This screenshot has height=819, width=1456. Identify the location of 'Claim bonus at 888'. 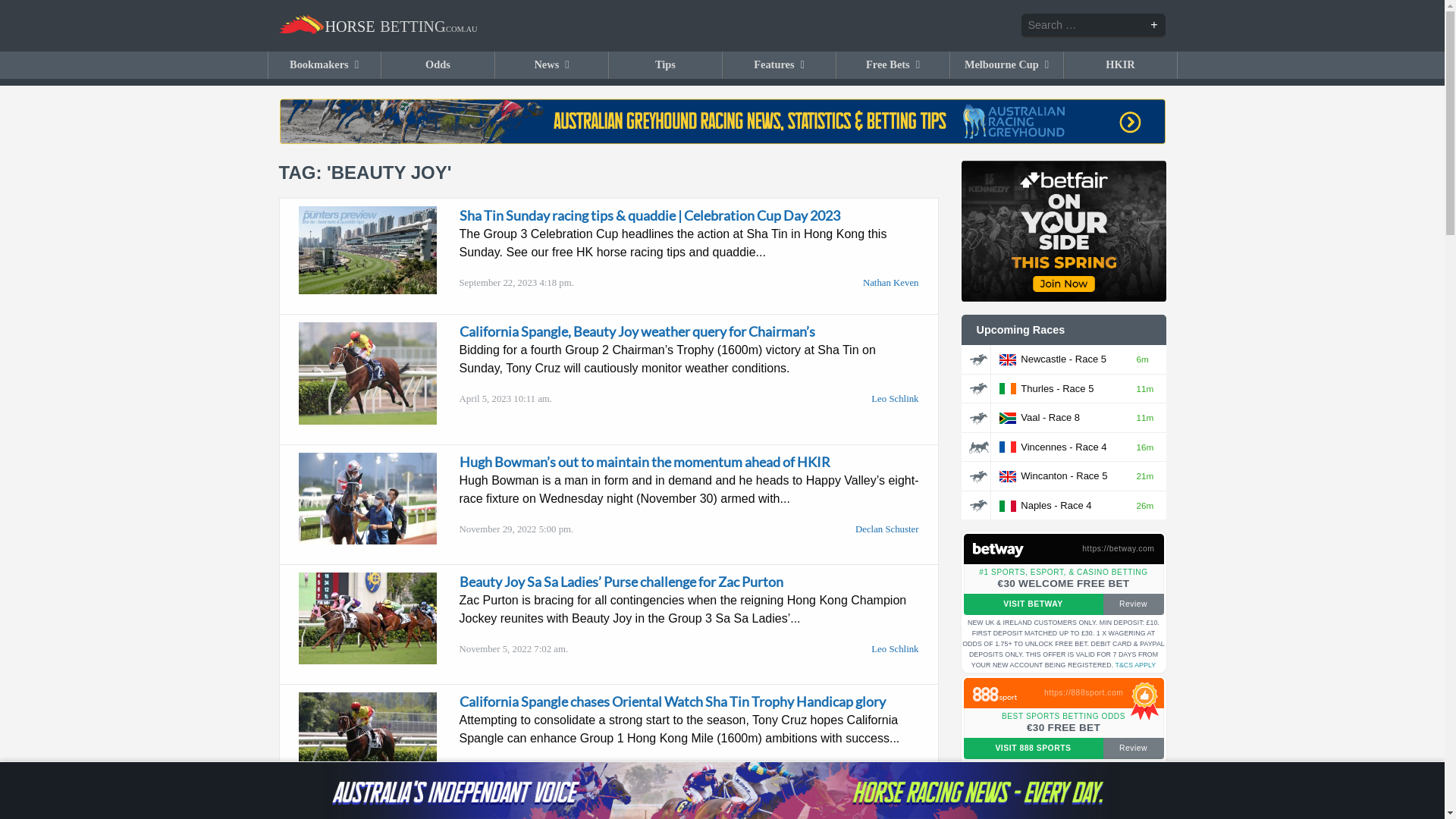
(1002, 693).